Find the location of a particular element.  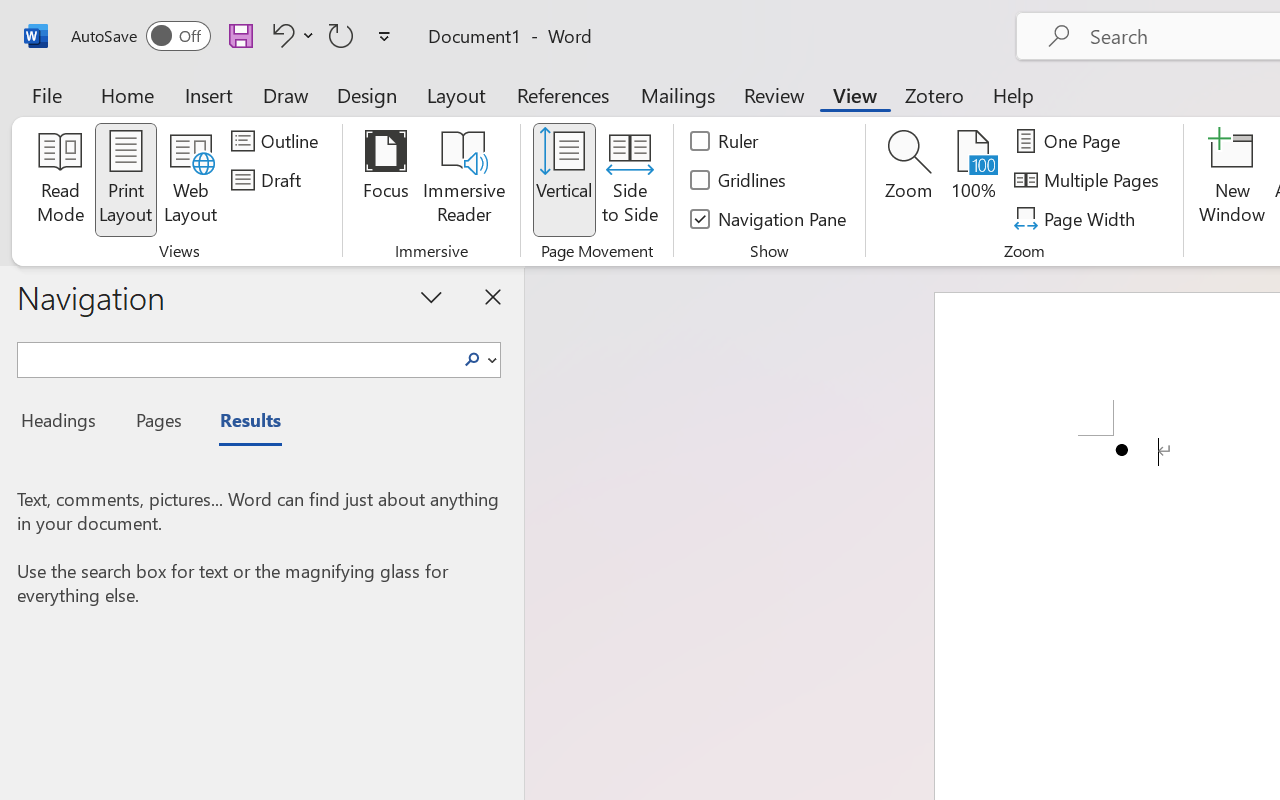

'Ruler' is located at coordinates (724, 141).